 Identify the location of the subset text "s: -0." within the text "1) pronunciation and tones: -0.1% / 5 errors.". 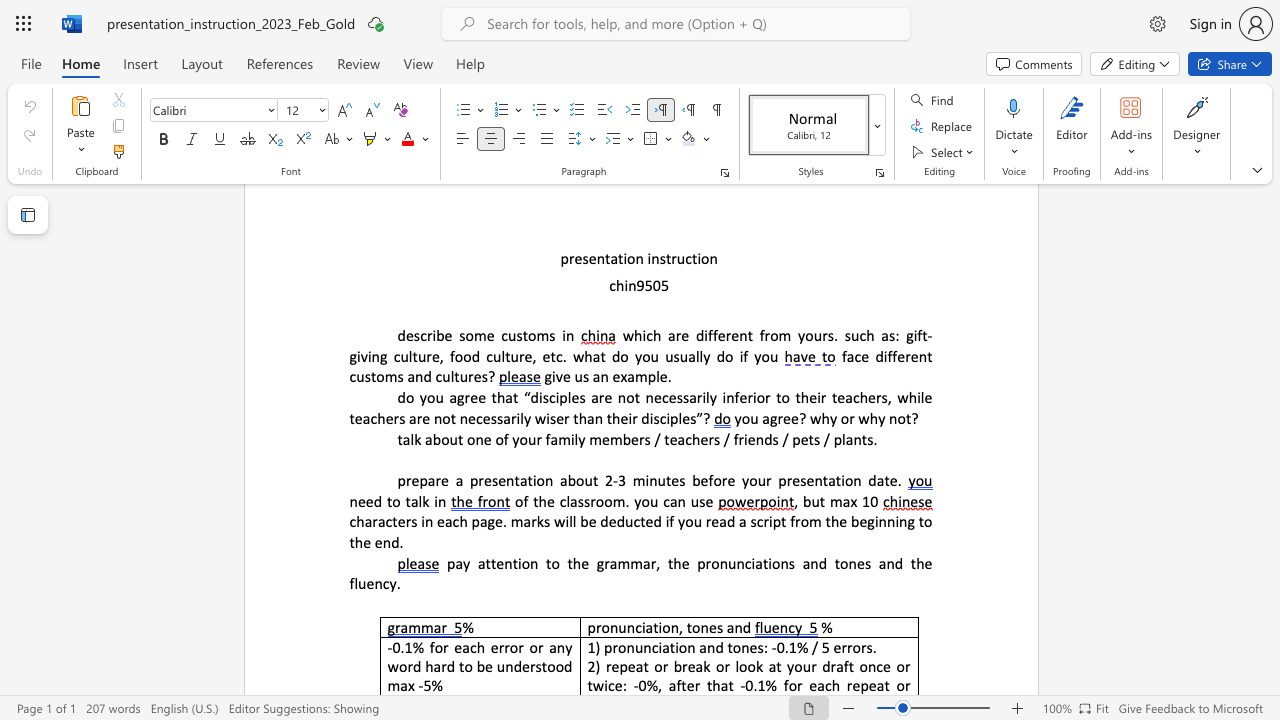
(756, 647).